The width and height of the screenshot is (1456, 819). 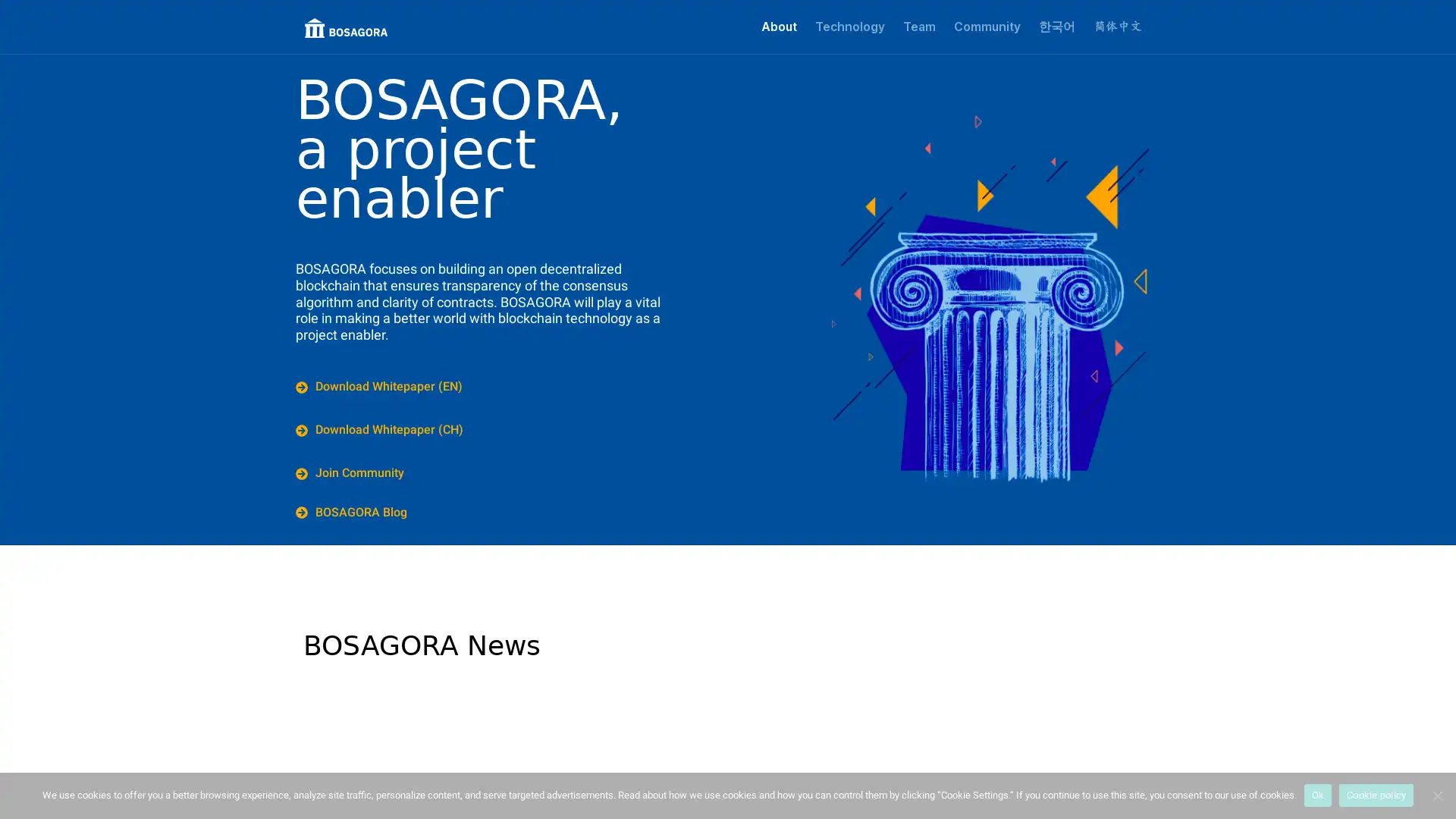 I want to click on Download Whitepaper (CH), so click(x=381, y=430).